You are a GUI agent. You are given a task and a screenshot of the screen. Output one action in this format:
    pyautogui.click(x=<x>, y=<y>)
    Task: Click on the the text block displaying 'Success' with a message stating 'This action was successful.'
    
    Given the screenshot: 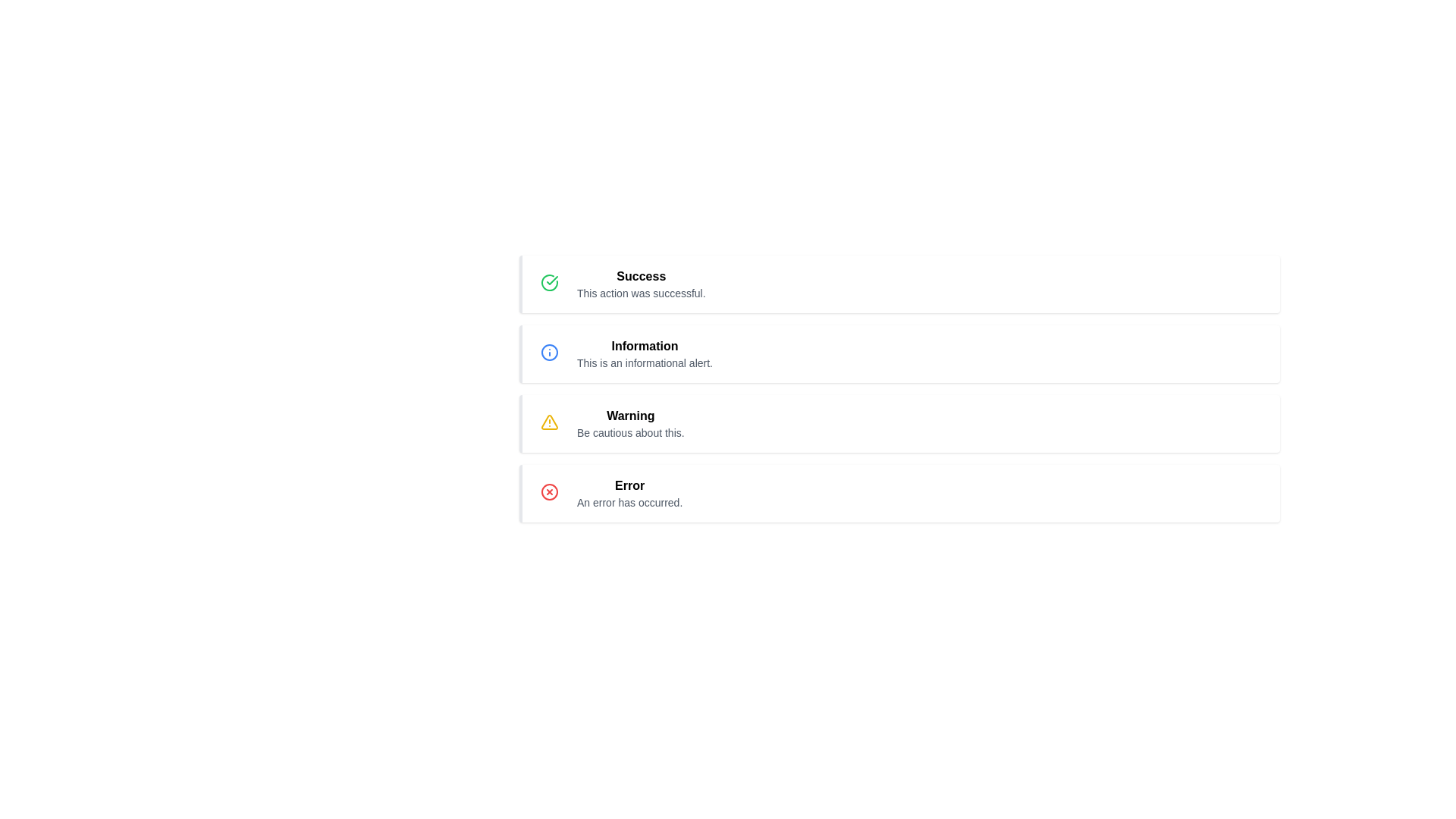 What is the action you would take?
    pyautogui.click(x=641, y=284)
    